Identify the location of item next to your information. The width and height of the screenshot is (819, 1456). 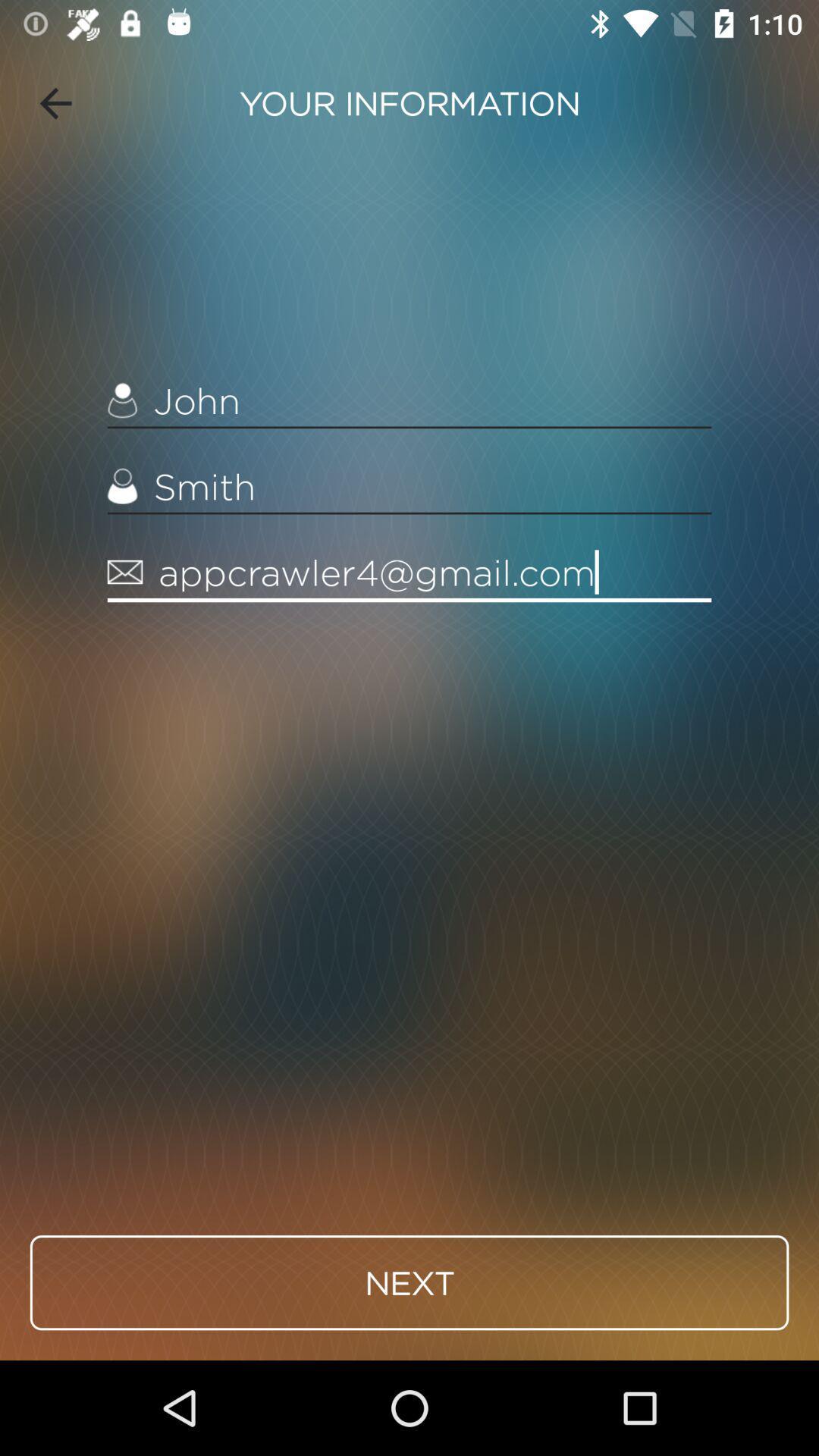
(55, 102).